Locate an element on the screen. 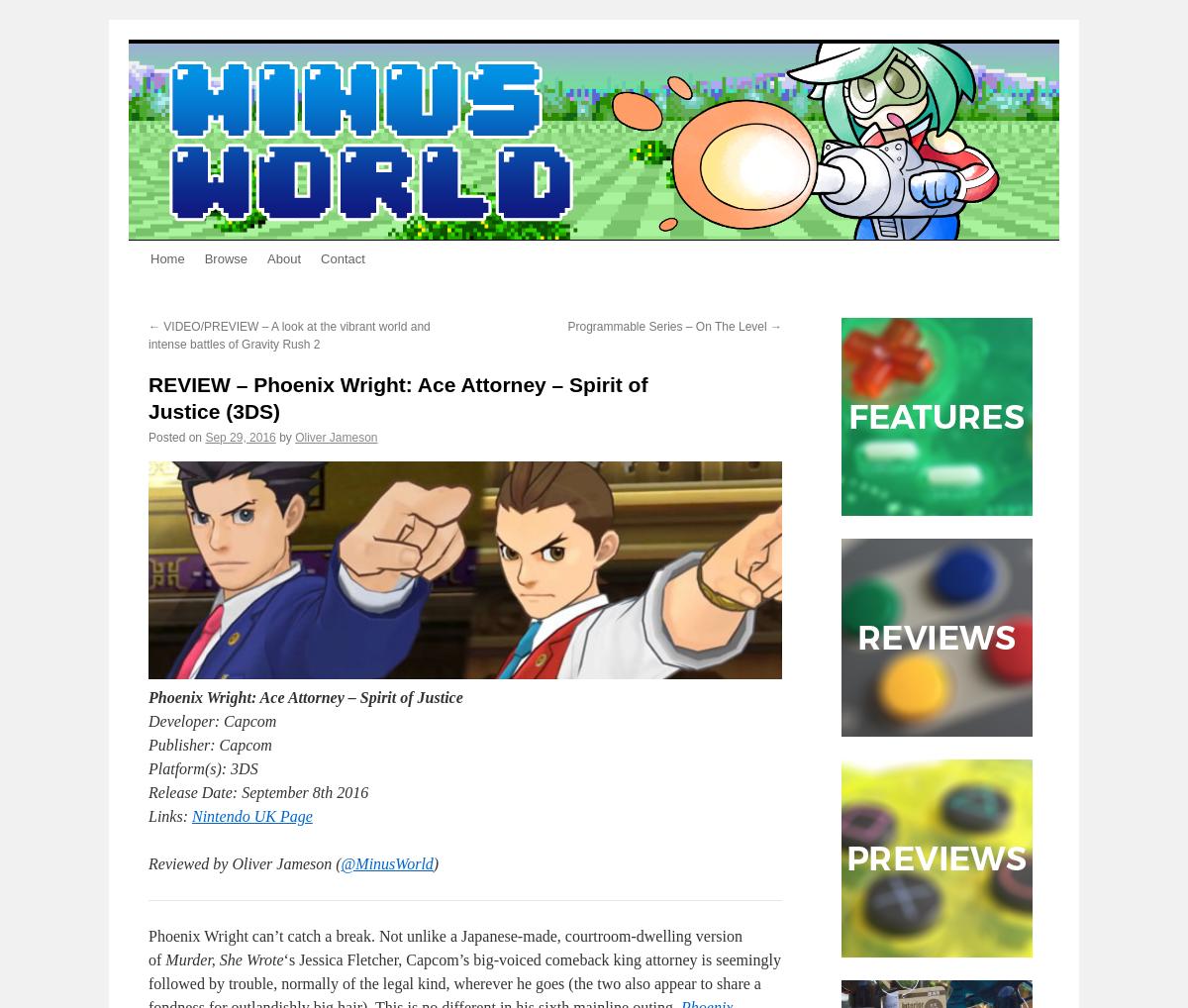  'Phoenix Wright: Ace Attorney – Spirit of Justice' is located at coordinates (305, 697).